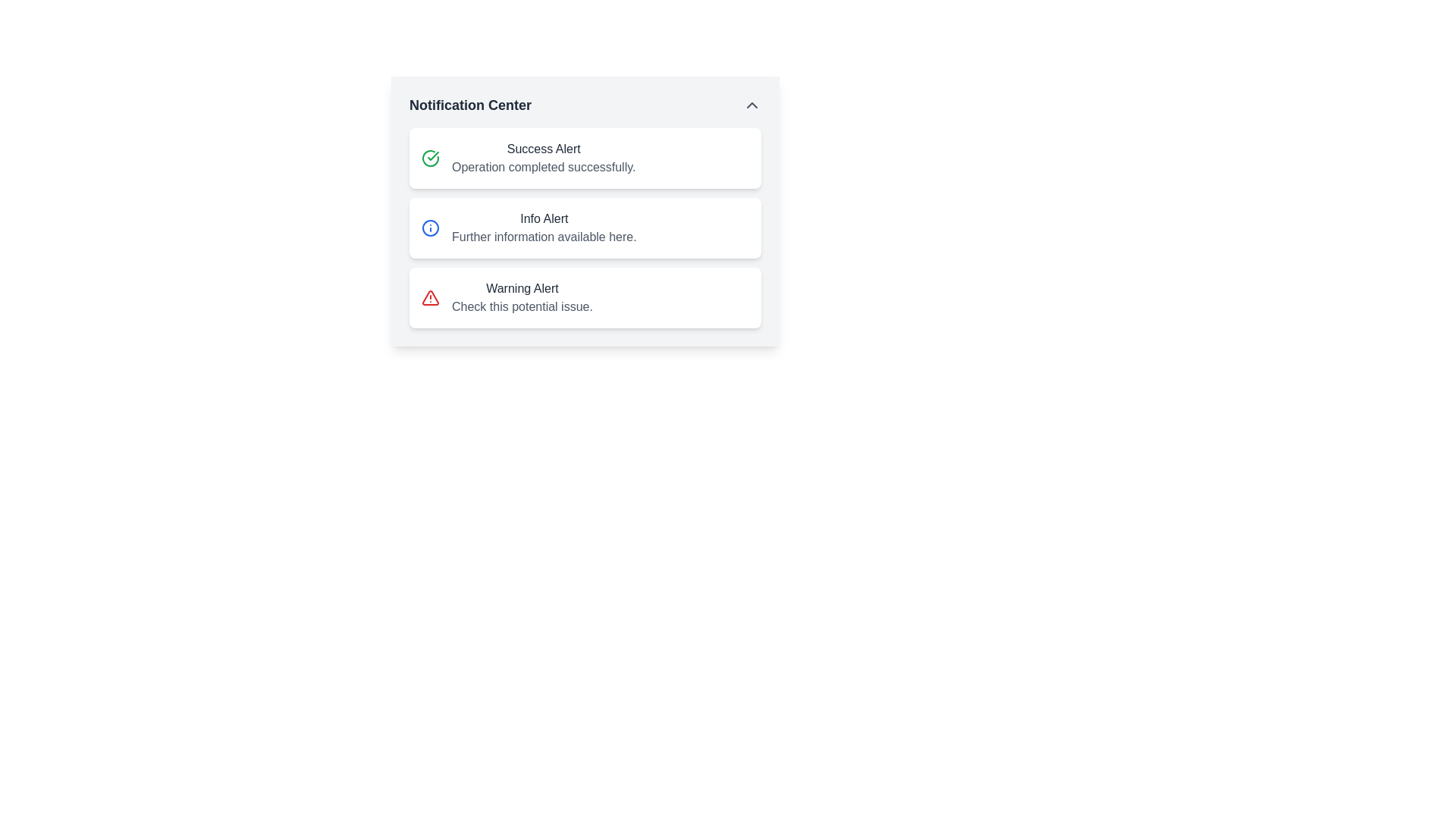 The height and width of the screenshot is (819, 1456). I want to click on success notification message from the TextBlock located at the top of the notification center, directly below the title and above other alerts, so click(544, 158).